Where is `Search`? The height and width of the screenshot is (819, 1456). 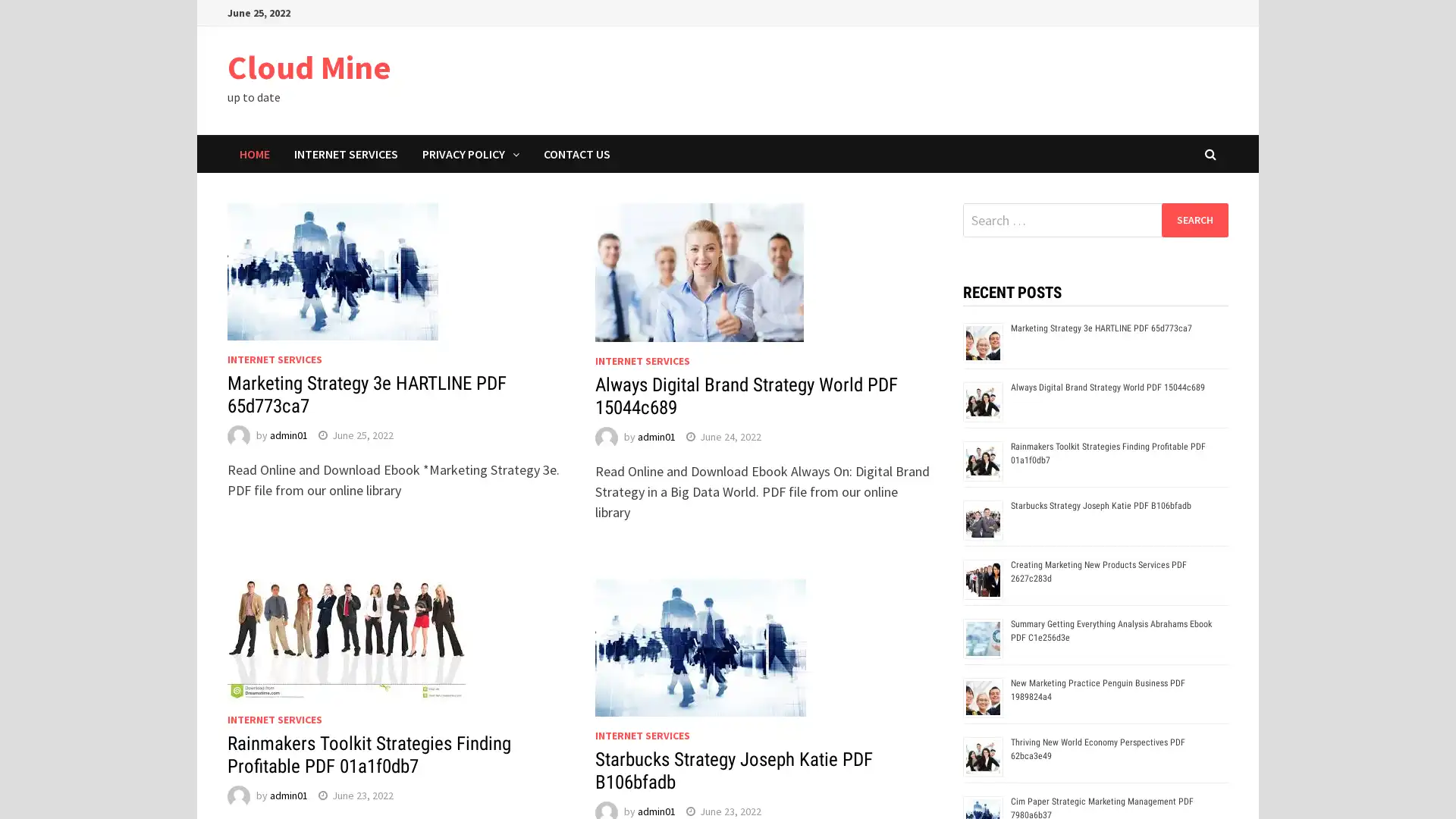 Search is located at coordinates (1194, 219).